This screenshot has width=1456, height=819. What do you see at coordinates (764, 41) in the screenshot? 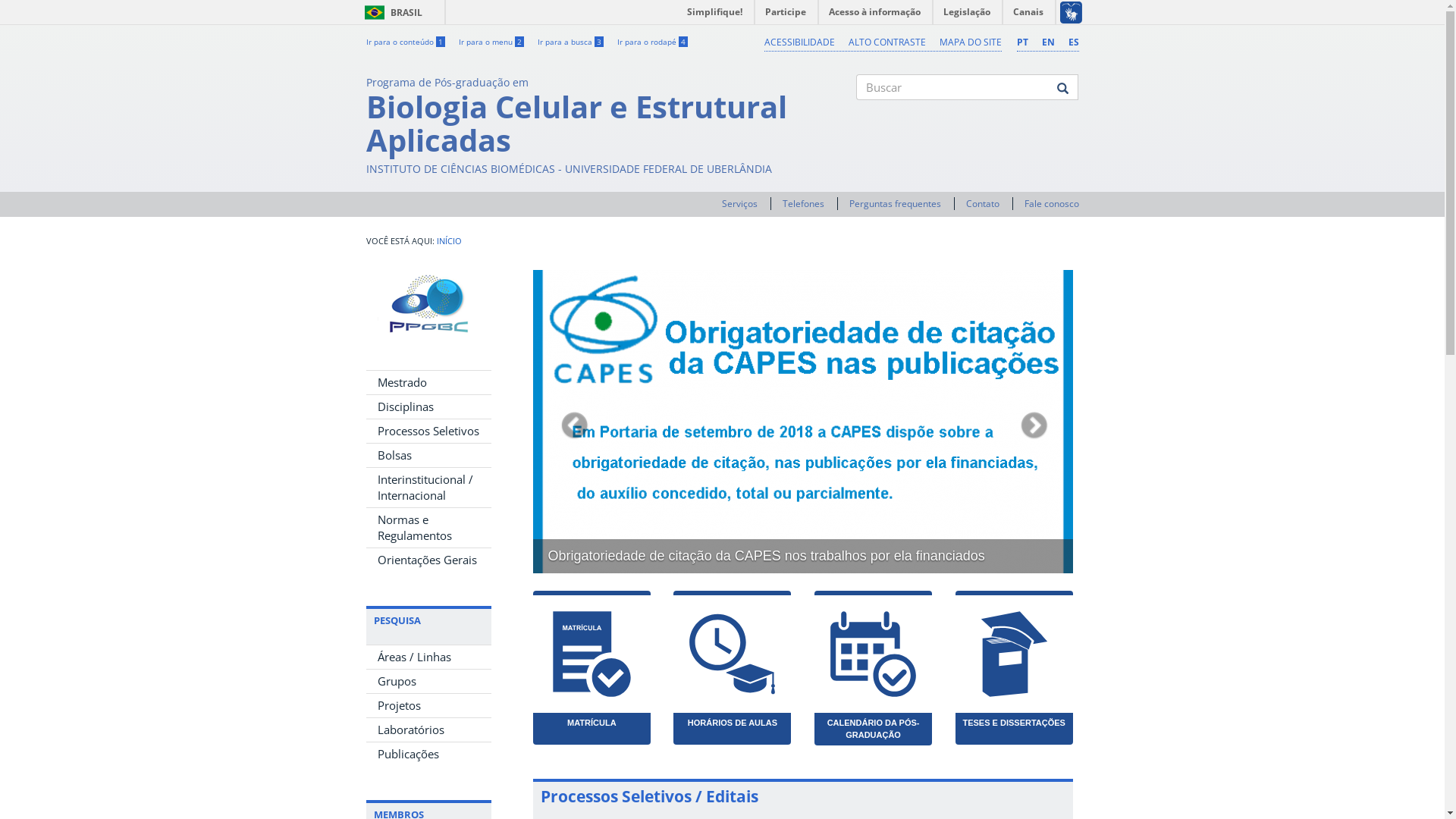
I see `'ACESSIBILIDADE'` at bounding box center [764, 41].